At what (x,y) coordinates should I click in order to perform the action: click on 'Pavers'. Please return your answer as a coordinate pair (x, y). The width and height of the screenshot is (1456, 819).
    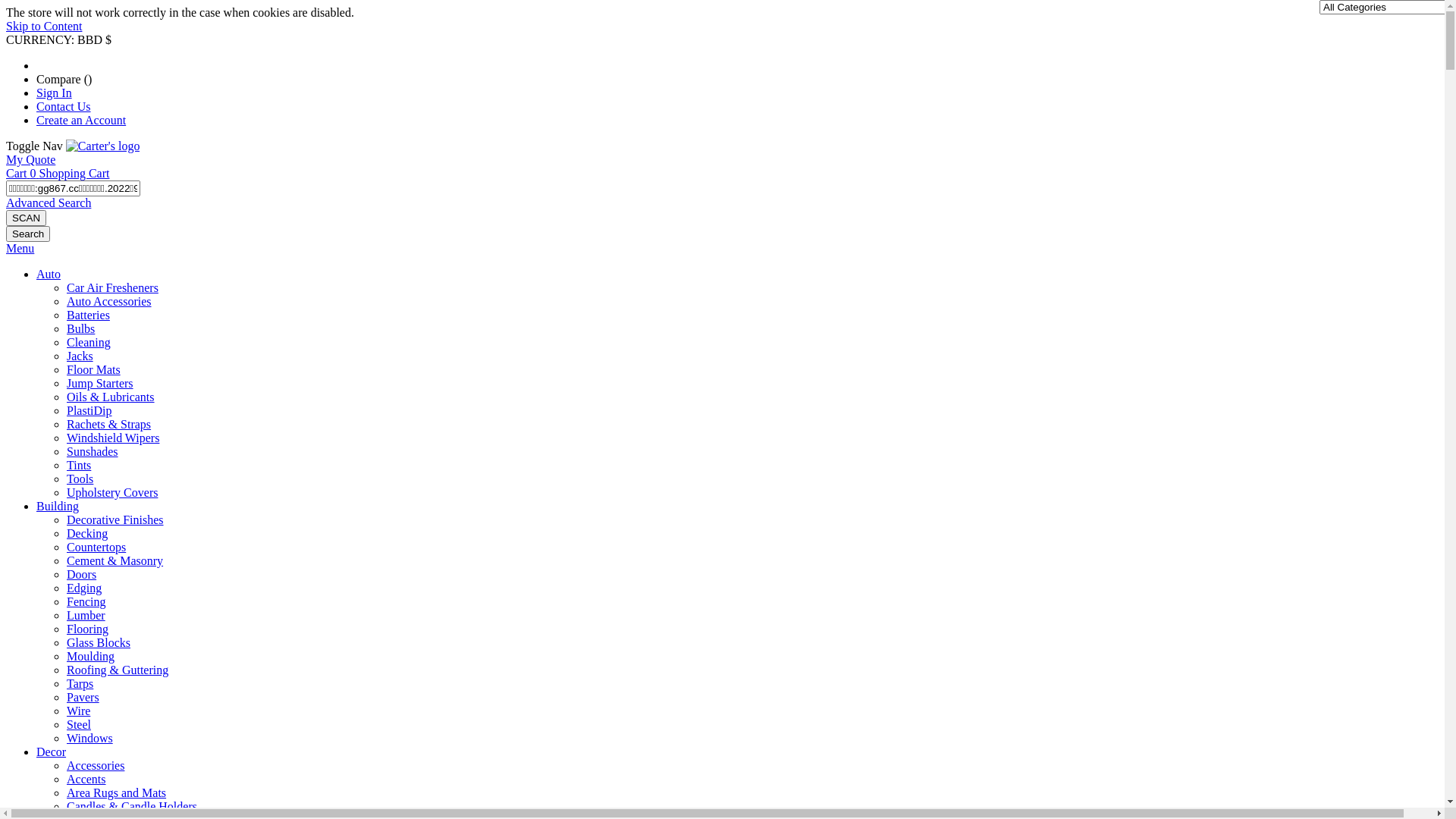
    Looking at the image, I should click on (82, 697).